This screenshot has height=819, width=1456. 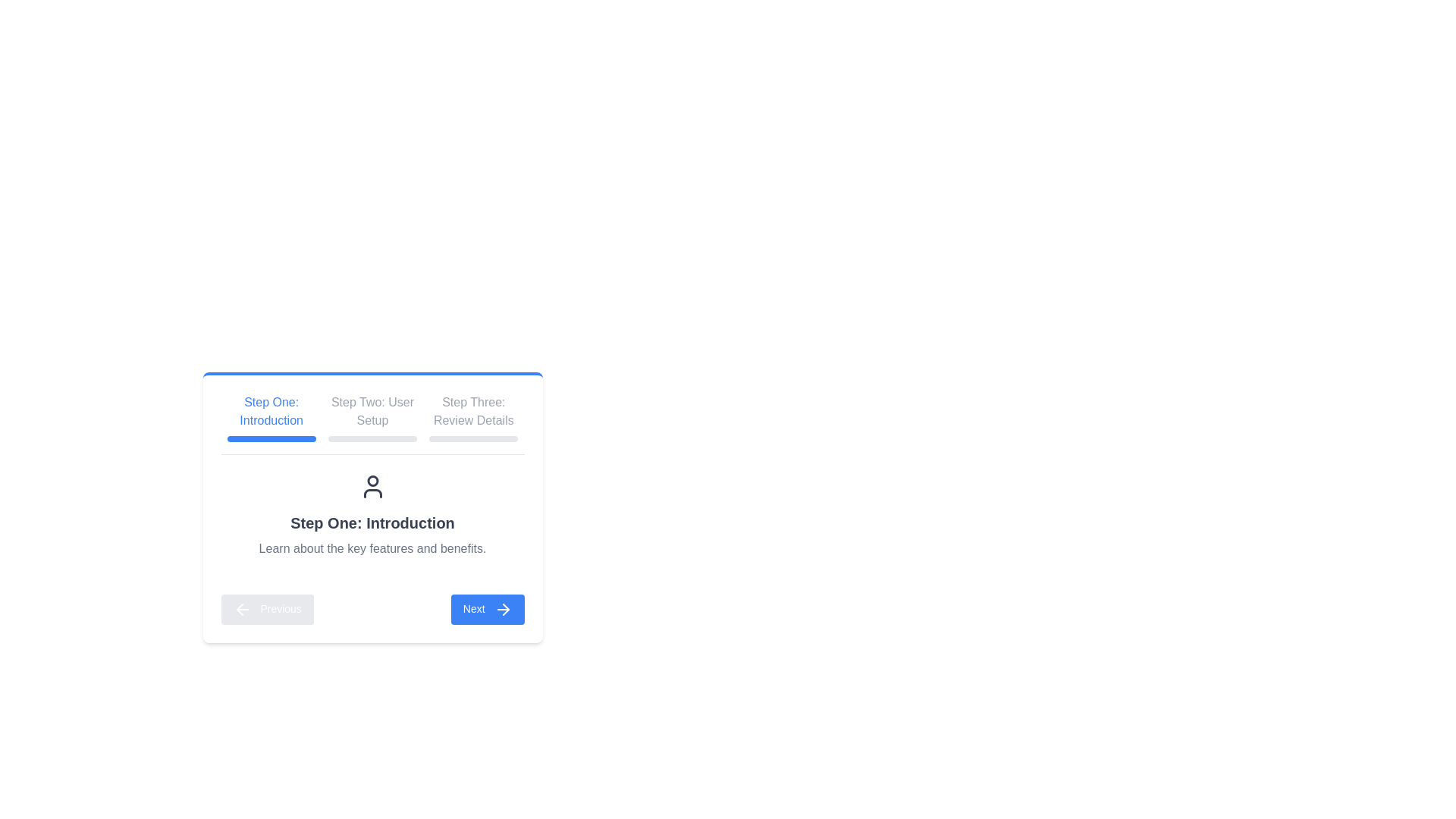 I want to click on the text label displaying 'Step Two: User Setup', which is positioned centrally in the sequence of step indicators at the top of the interface, so click(x=372, y=412).